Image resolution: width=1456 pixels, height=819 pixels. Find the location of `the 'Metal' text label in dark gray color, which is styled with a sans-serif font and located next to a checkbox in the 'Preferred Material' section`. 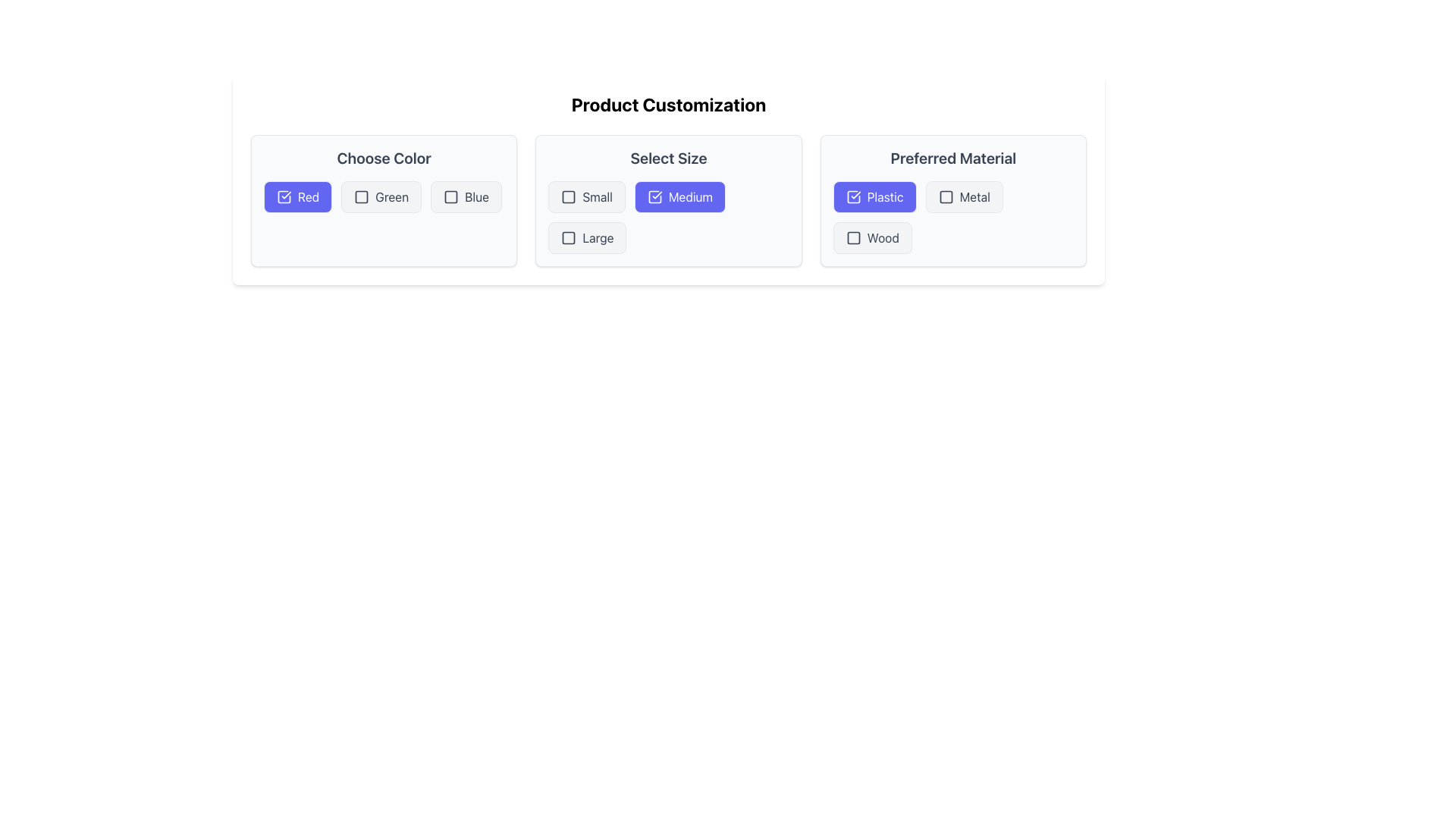

the 'Metal' text label in dark gray color, which is styled with a sans-serif font and located next to a checkbox in the 'Preferred Material' section is located at coordinates (974, 196).